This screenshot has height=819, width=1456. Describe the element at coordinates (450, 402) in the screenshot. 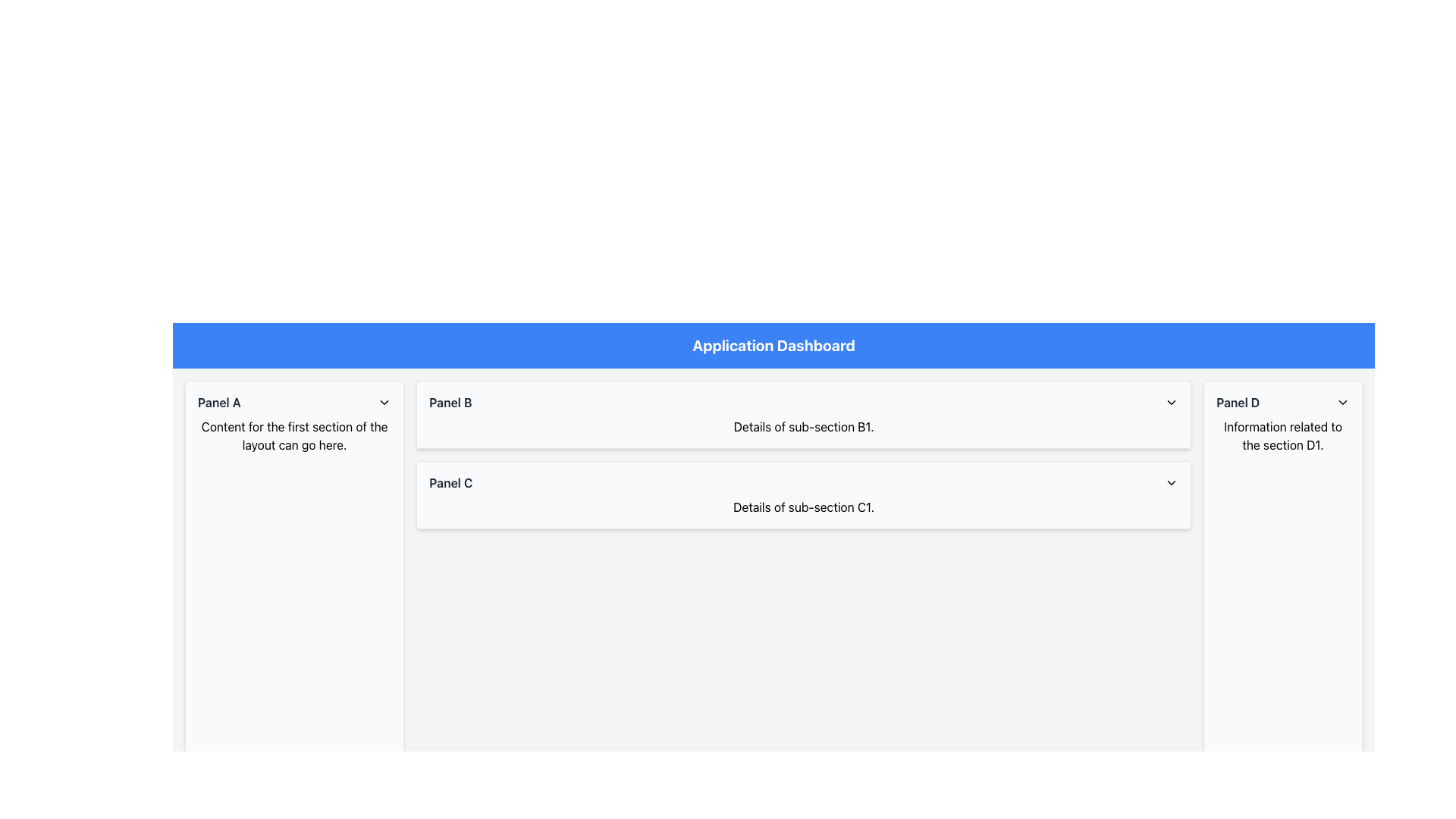

I see `the text label 'Panel B' to interact with the associated panel` at that location.